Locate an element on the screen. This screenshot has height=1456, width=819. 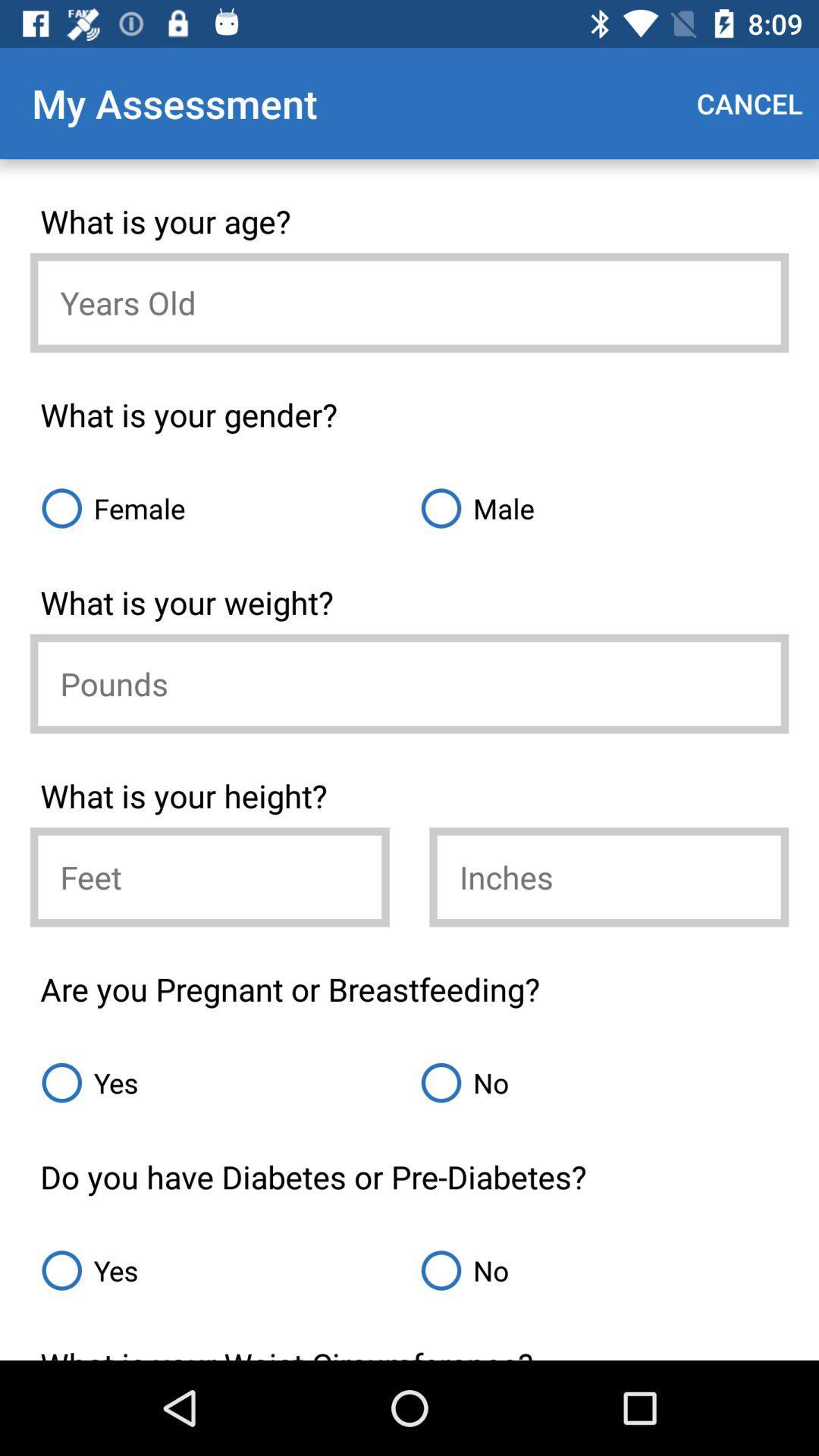
your height feet only inches in next field is located at coordinates (209, 877).